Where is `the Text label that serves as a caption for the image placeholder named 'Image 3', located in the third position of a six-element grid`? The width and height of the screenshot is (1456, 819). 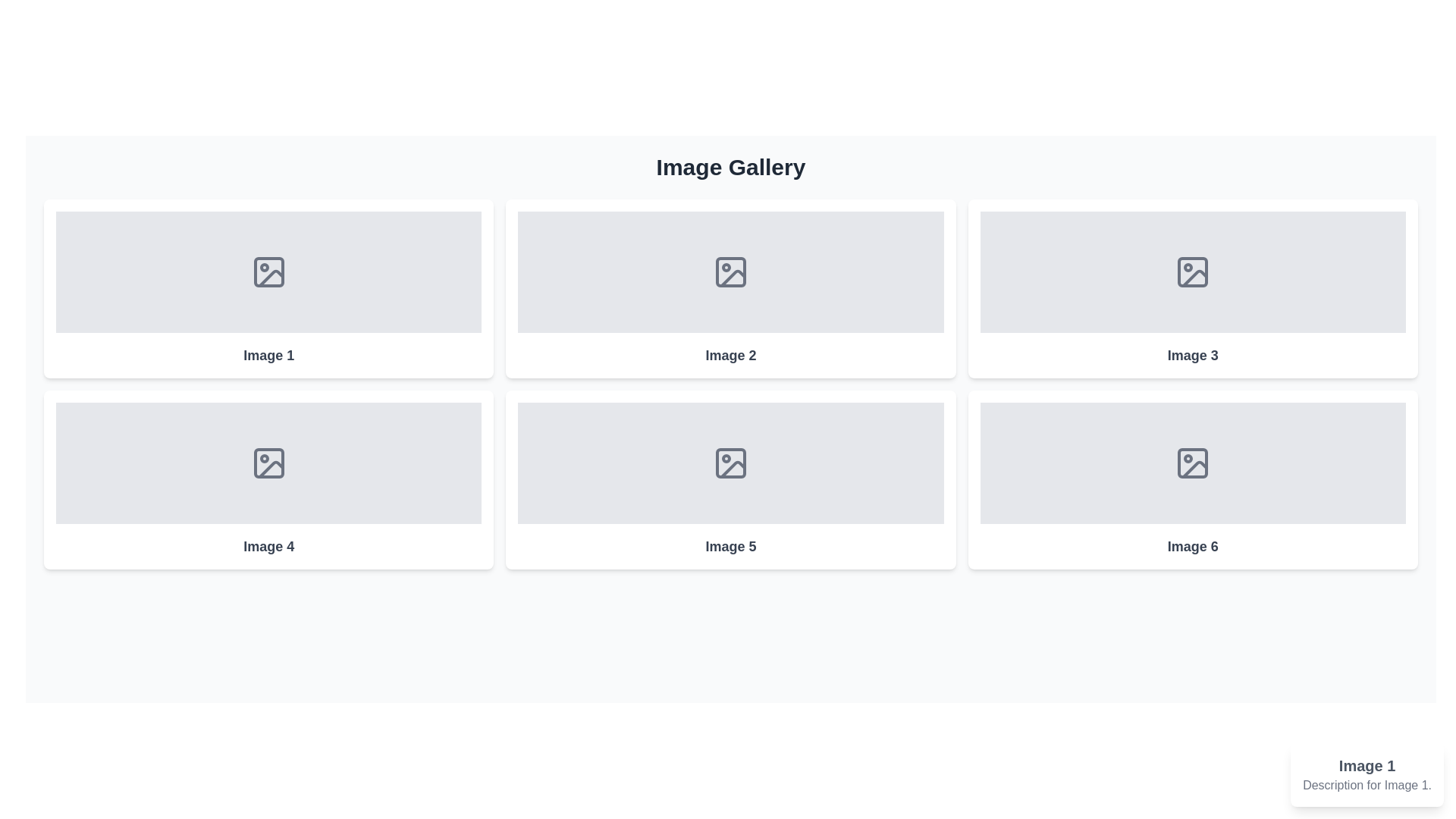 the Text label that serves as a caption for the image placeholder named 'Image 3', located in the third position of a six-element grid is located at coordinates (1192, 356).